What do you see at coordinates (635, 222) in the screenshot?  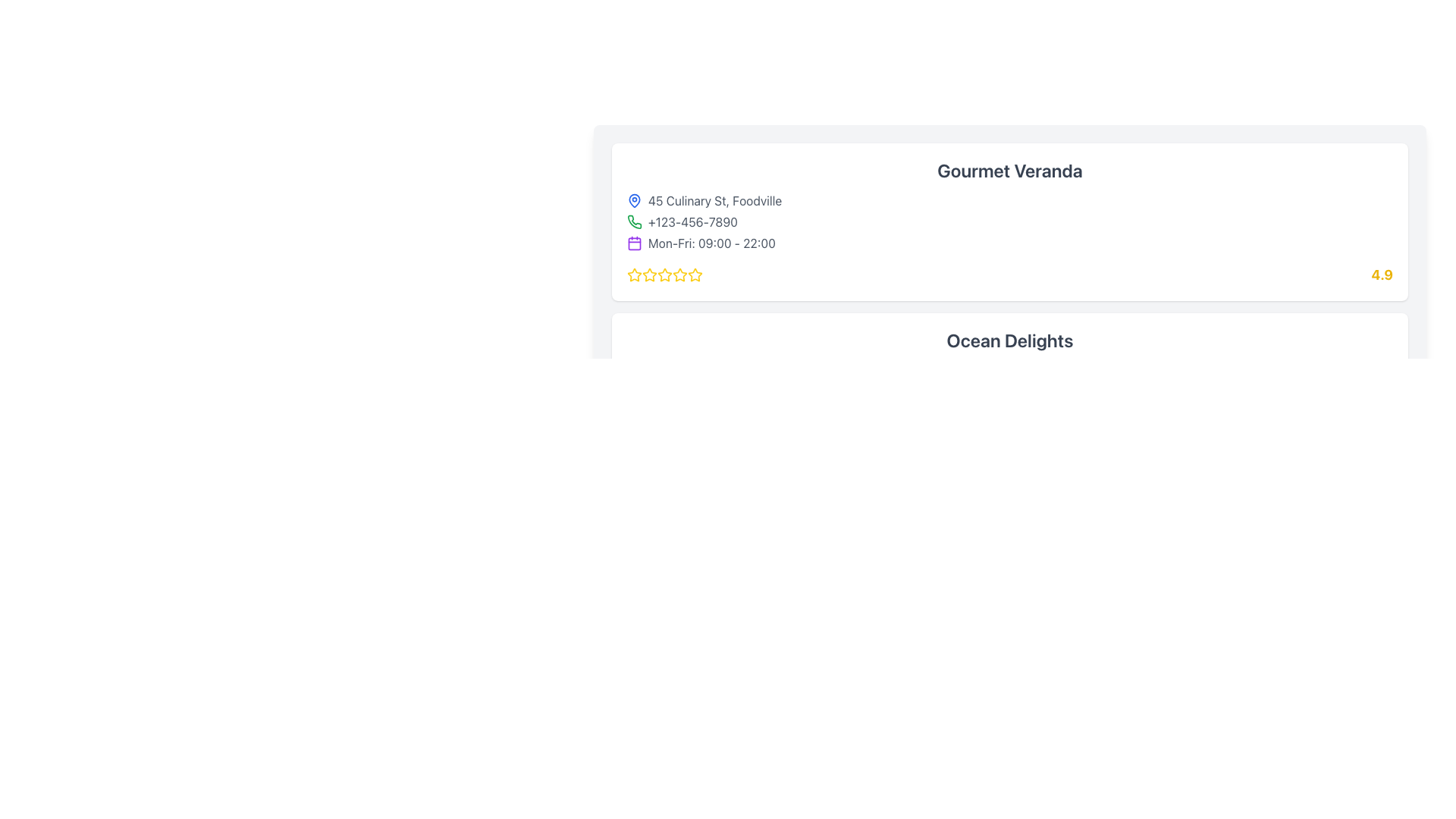 I see `the phone icon next to the phone number '+123-456-7890', which indicates the contact method visually` at bounding box center [635, 222].